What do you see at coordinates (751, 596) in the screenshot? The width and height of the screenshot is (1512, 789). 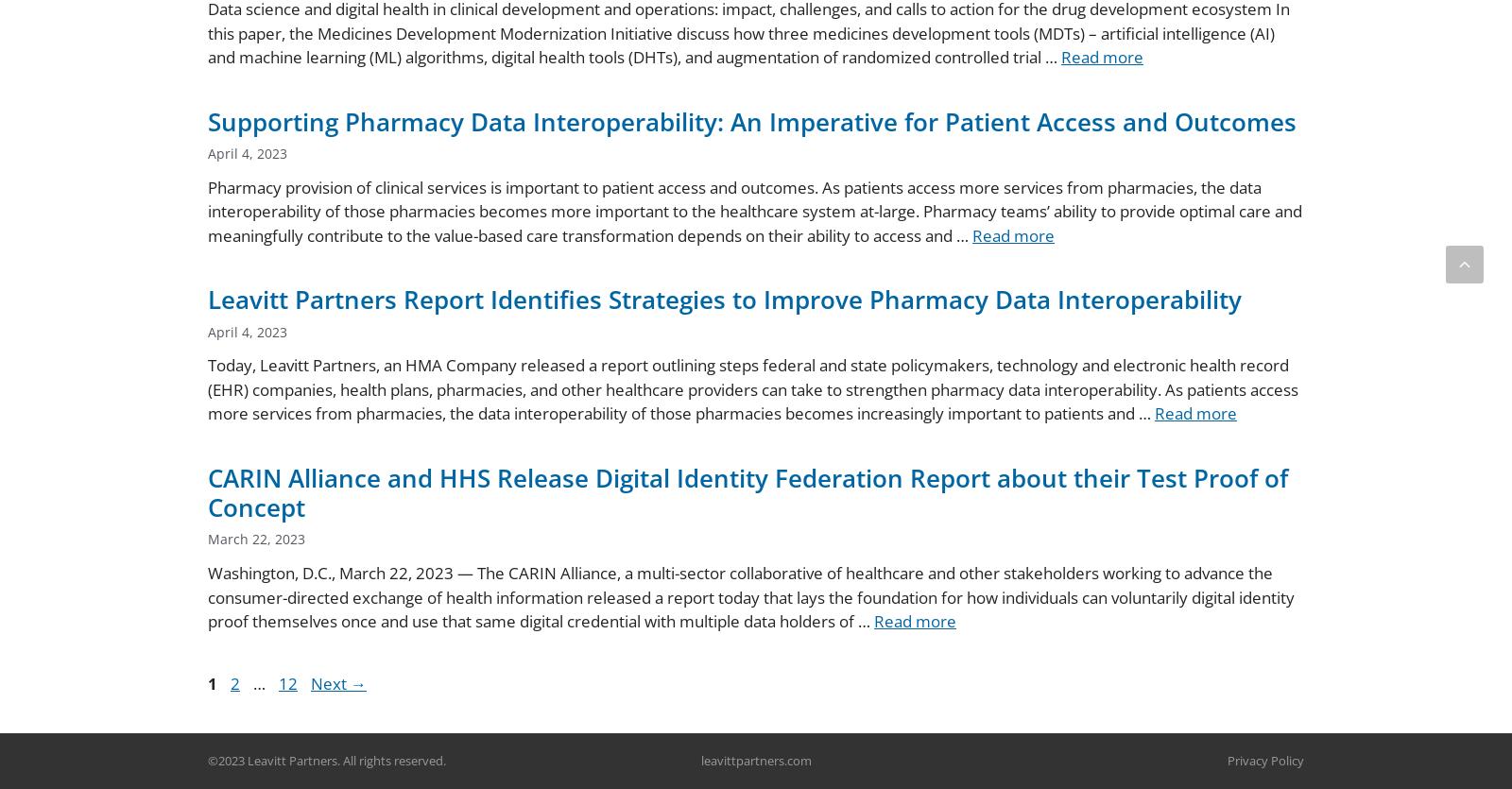 I see `'Washington, D.C., March 22, 2023 — The CARIN Alliance, a multi-sector collaborative of healthcare and other stakeholders working to advance the consumer-directed exchange of health information released a report today that lays the foundation for how individuals can voluntarily digital identity proof themselves once and use that same digital credential with multiple data holders of …'` at bounding box center [751, 596].